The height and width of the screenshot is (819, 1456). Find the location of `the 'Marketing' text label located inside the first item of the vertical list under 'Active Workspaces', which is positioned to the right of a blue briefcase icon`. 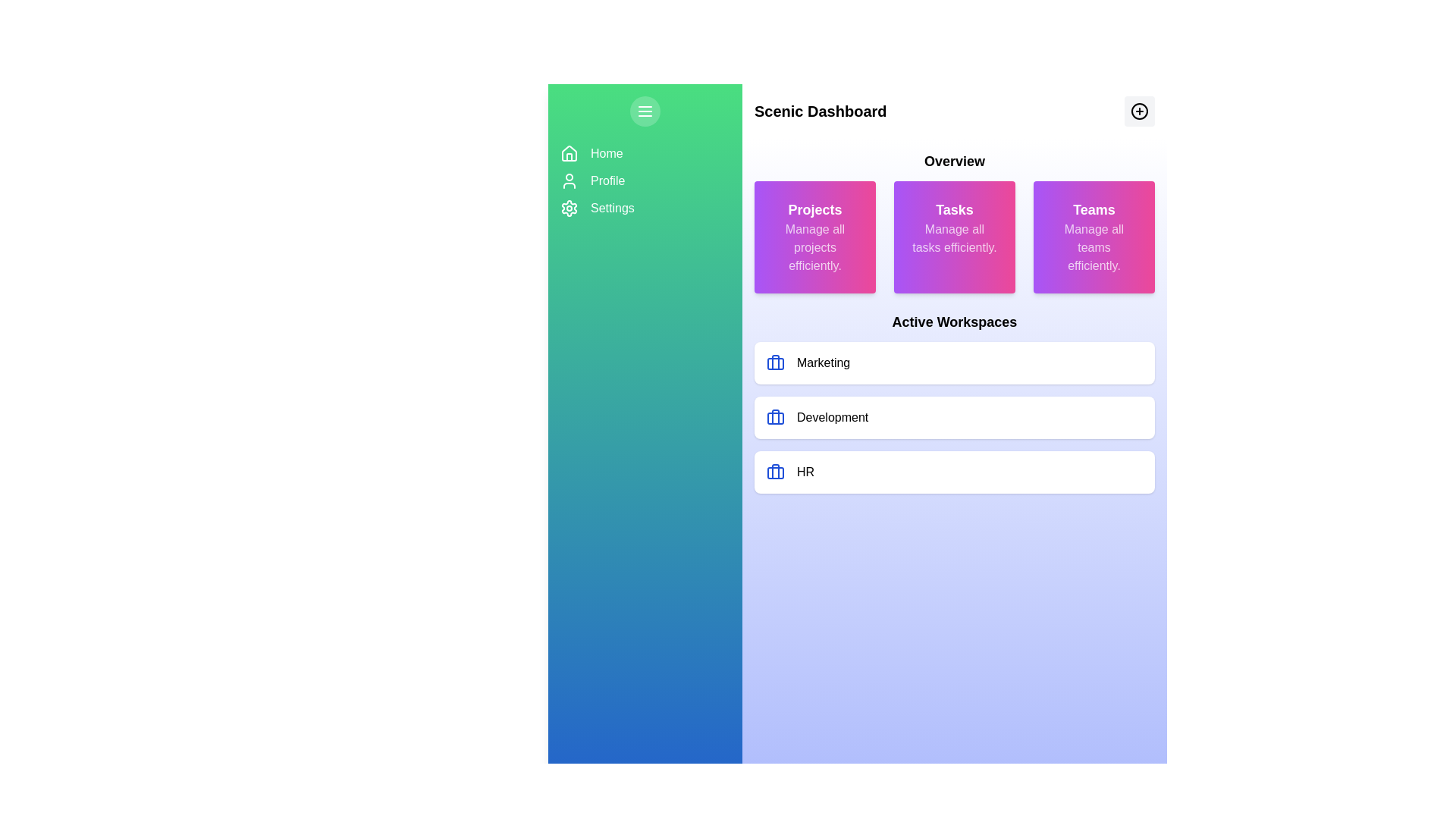

the 'Marketing' text label located inside the first item of the vertical list under 'Active Workspaces', which is positioned to the right of a blue briefcase icon is located at coordinates (823, 362).